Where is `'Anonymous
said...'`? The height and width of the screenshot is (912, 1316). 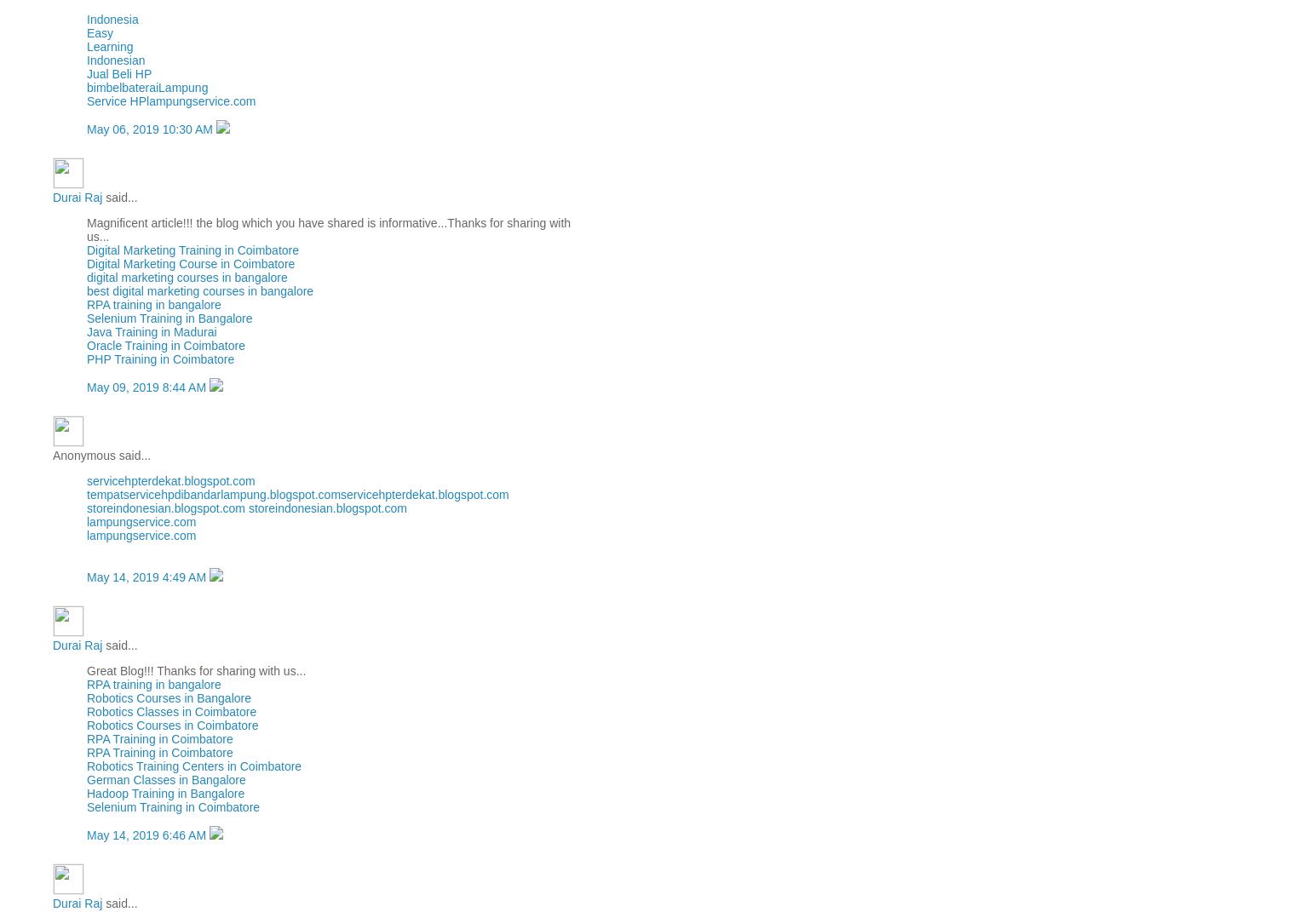 'Anonymous
said...' is located at coordinates (51, 454).